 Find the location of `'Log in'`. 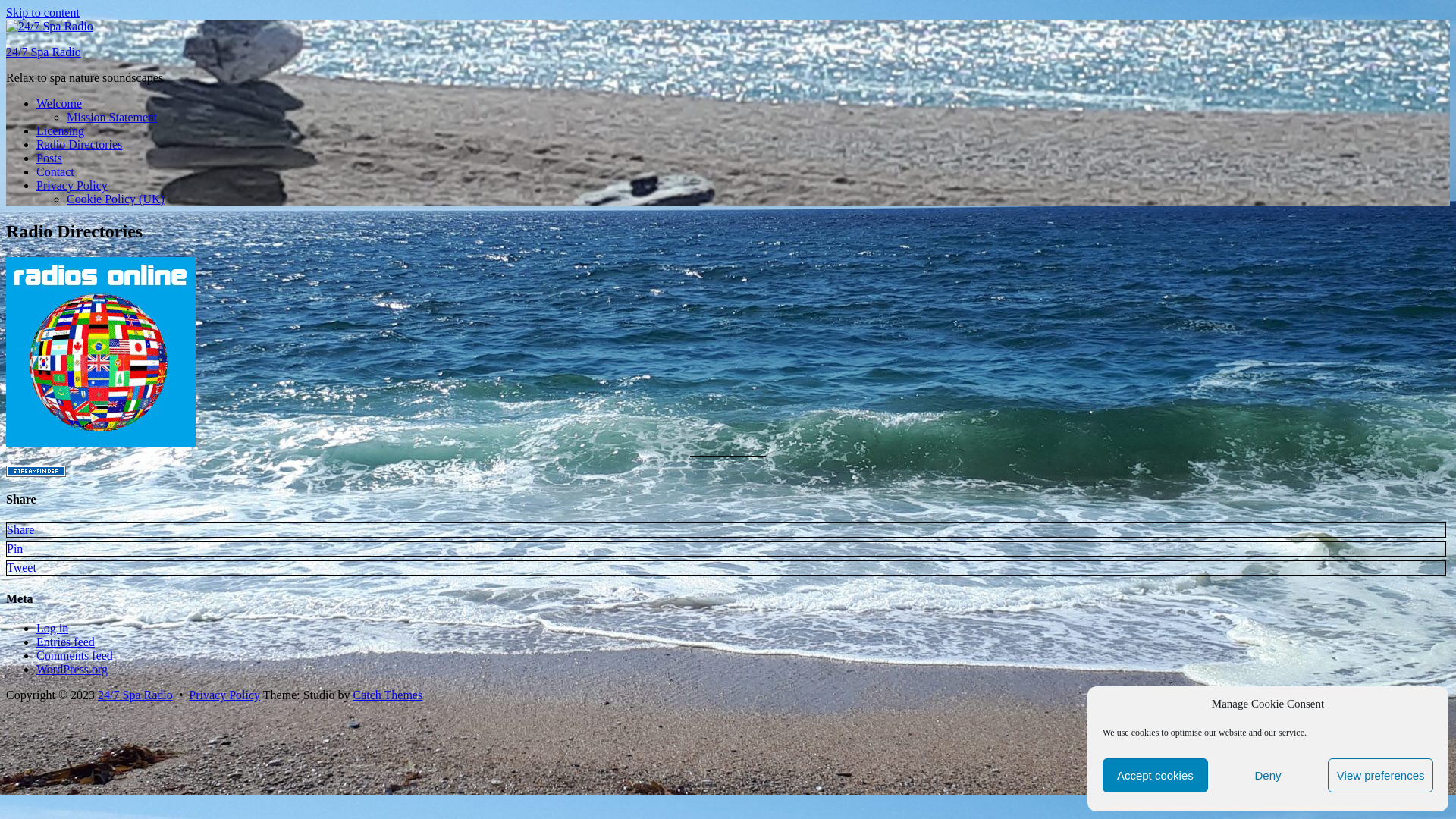

'Log in' is located at coordinates (52, 628).